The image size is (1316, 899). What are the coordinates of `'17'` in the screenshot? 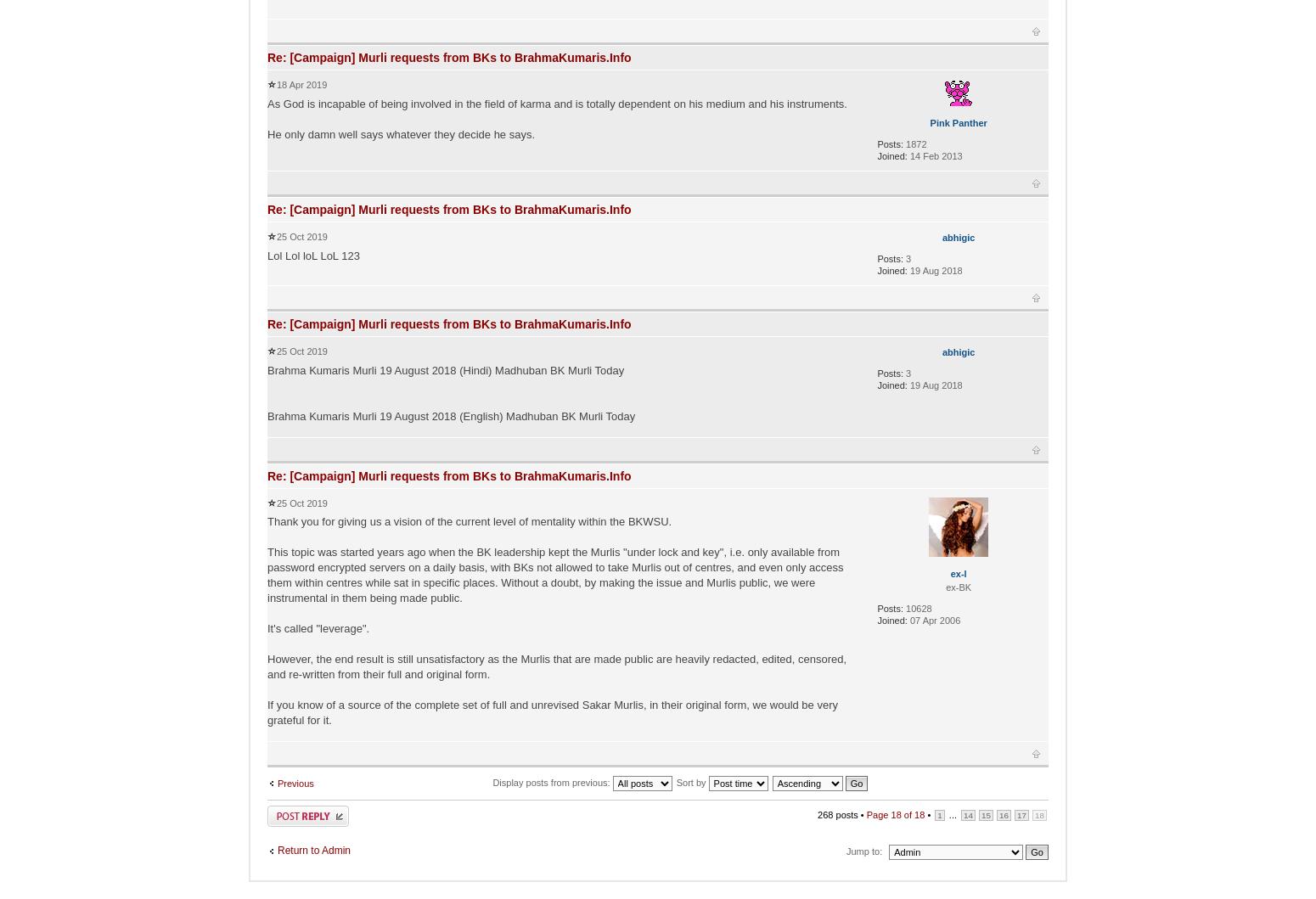 It's located at (1021, 813).